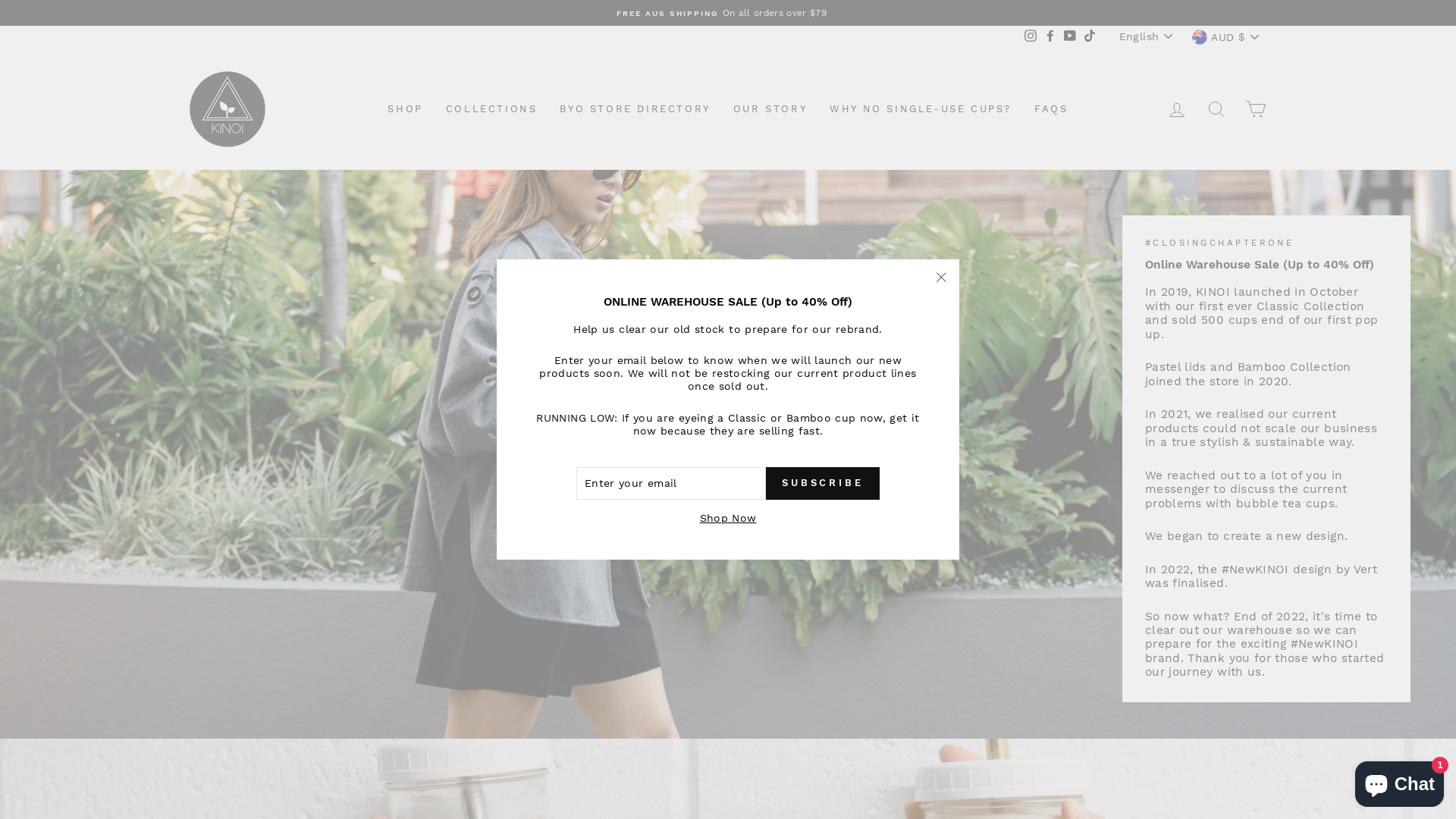 This screenshot has width=1456, height=819. Describe the element at coordinates (1050, 36) in the screenshot. I see `'Facebook'` at that location.